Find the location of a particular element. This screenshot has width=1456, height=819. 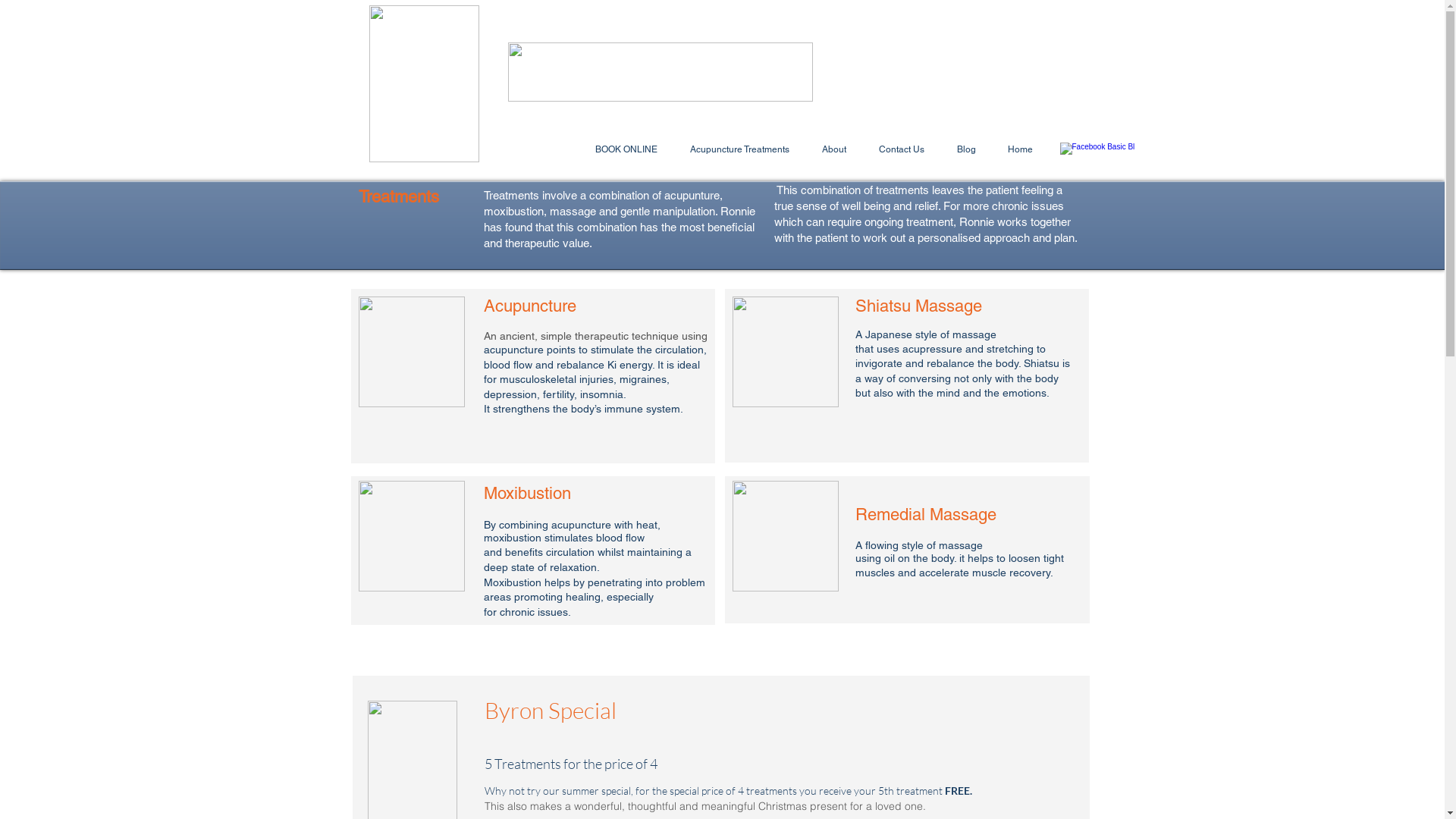

'Chinese Medicine Herbs' is located at coordinates (411, 535).